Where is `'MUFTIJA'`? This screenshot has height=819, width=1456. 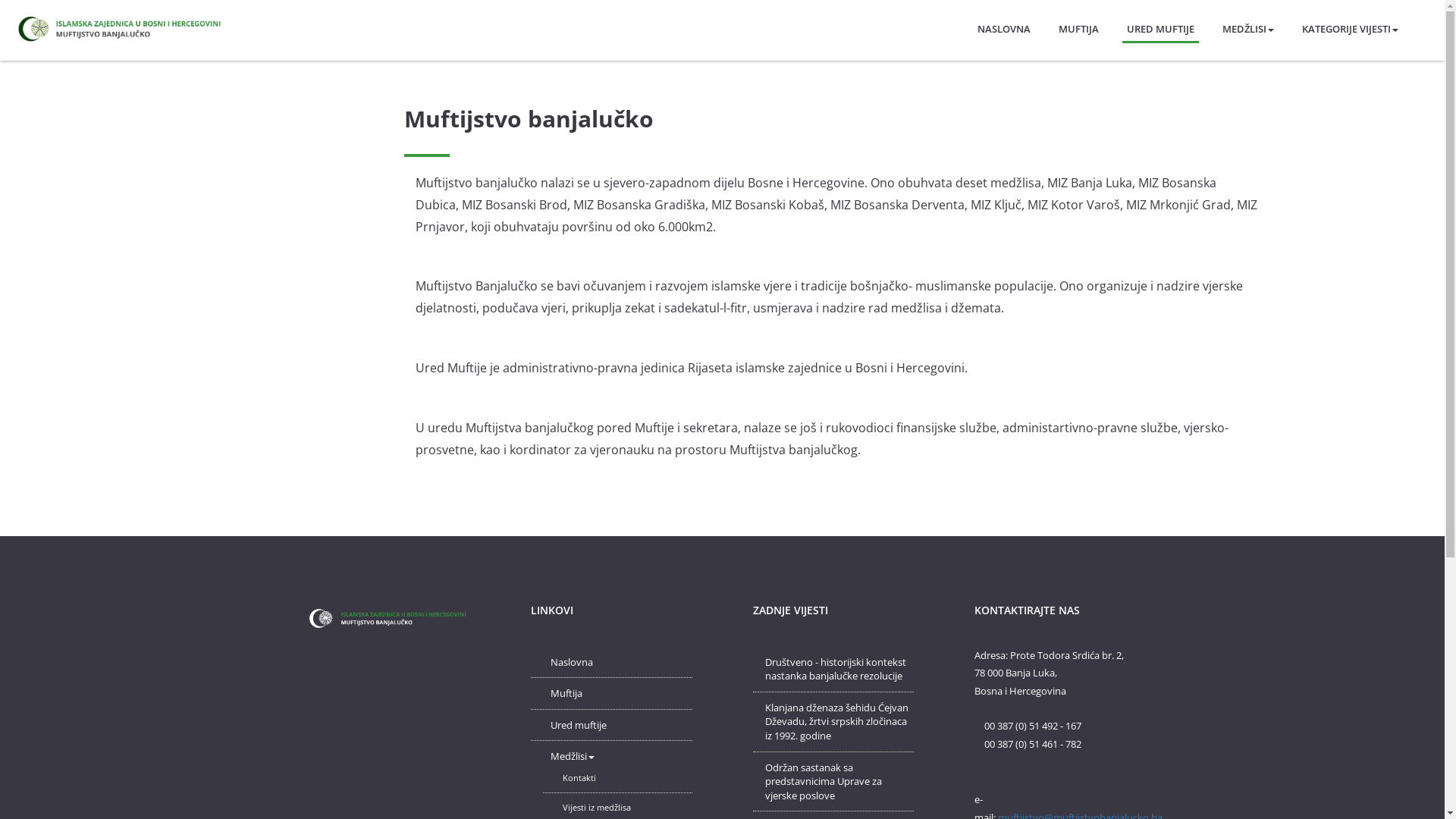
'MUFTIJA' is located at coordinates (1078, 25).